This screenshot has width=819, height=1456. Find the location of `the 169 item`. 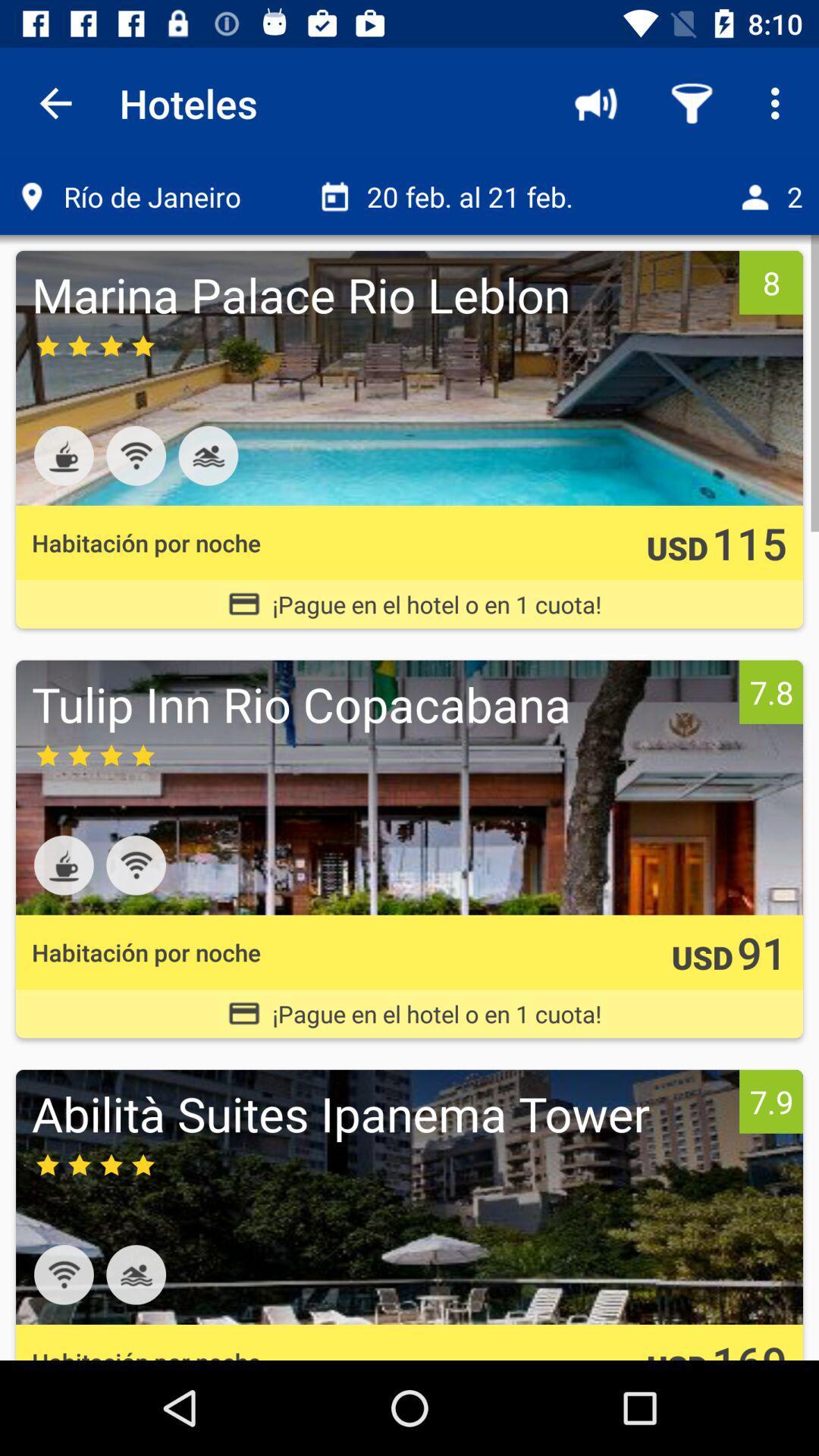

the 169 item is located at coordinates (748, 1346).